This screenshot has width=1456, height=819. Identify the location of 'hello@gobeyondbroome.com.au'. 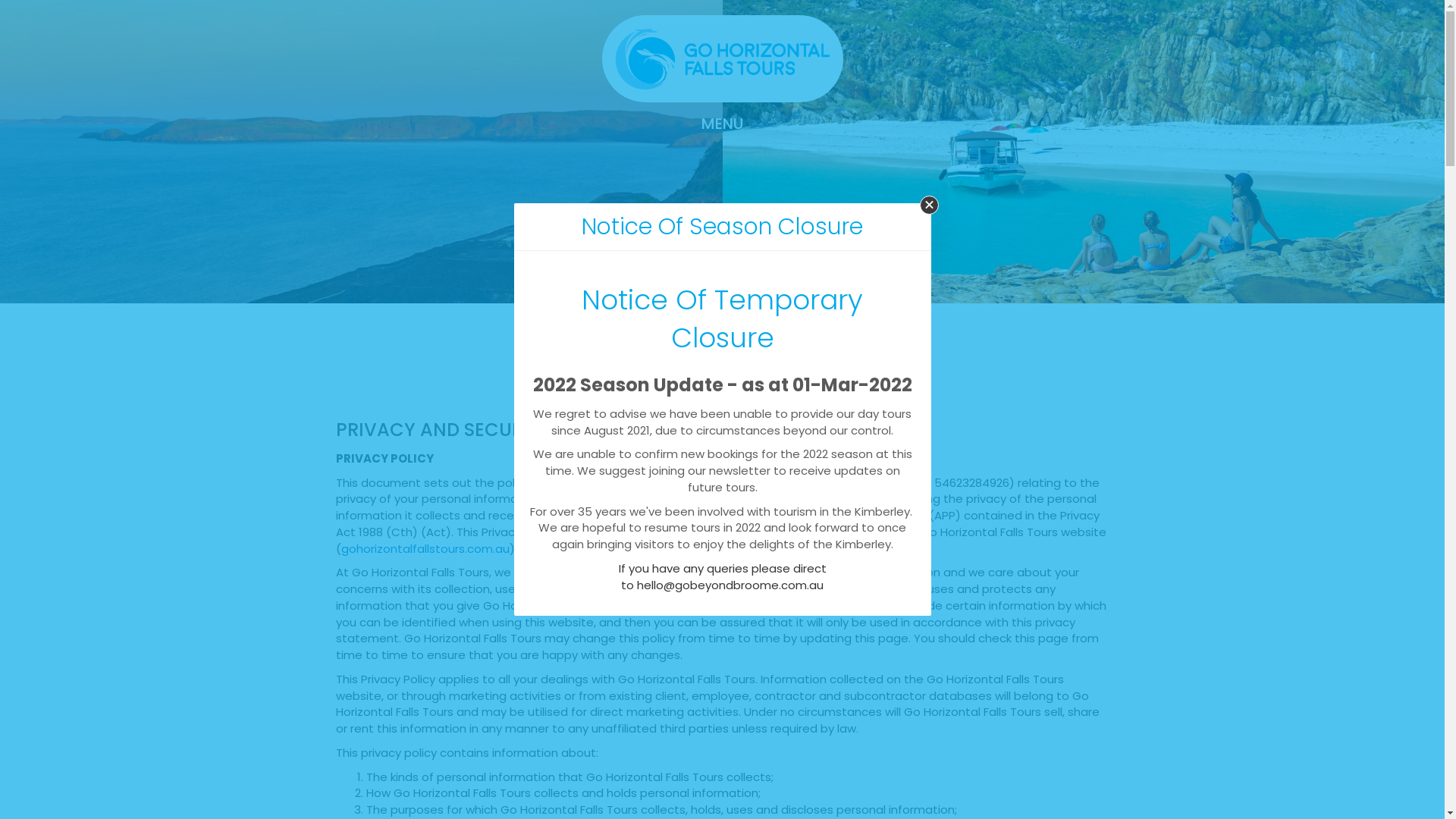
(730, 584).